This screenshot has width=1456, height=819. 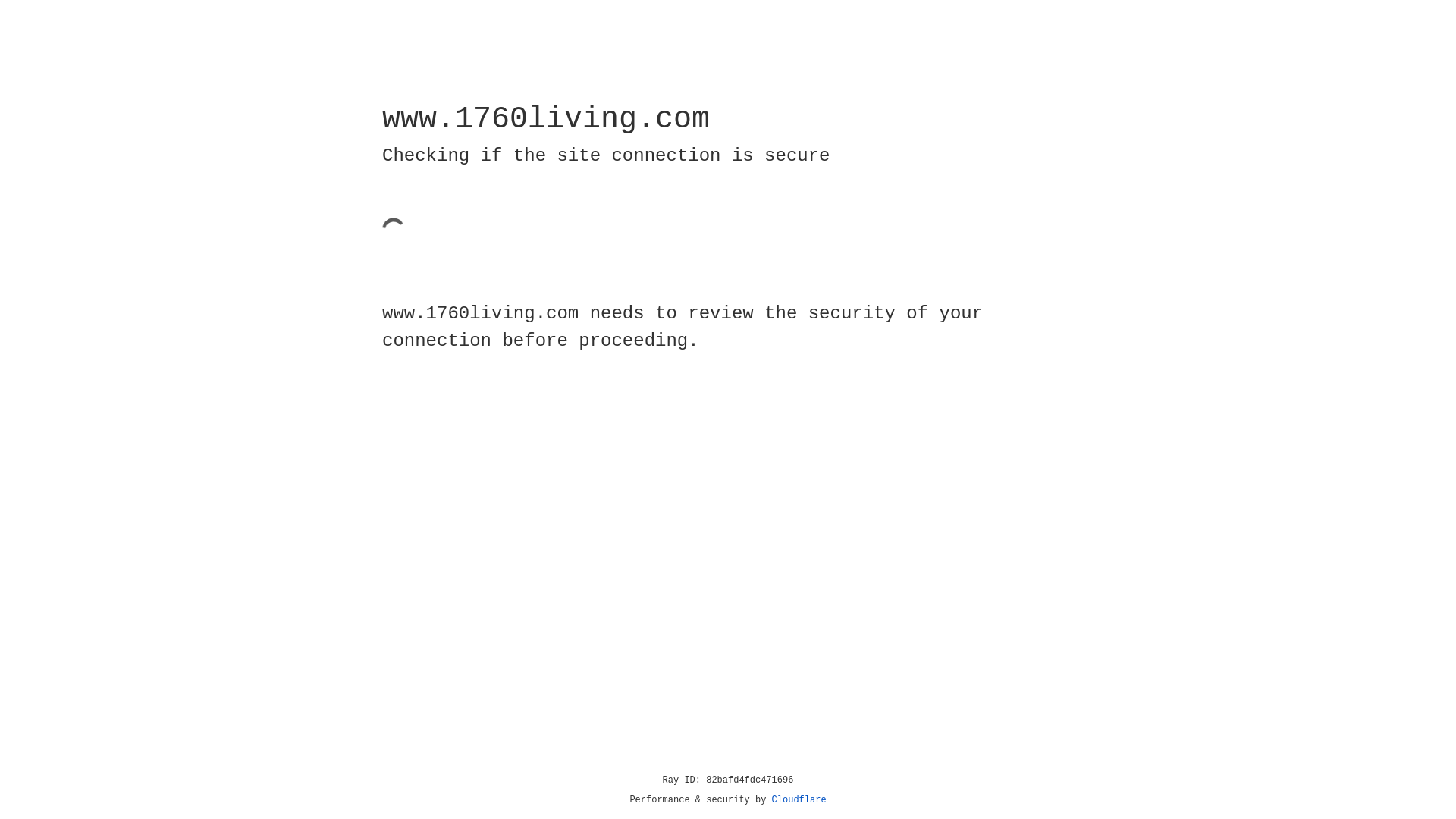 What do you see at coordinates (799, 799) in the screenshot?
I see `'Cloudflare'` at bounding box center [799, 799].